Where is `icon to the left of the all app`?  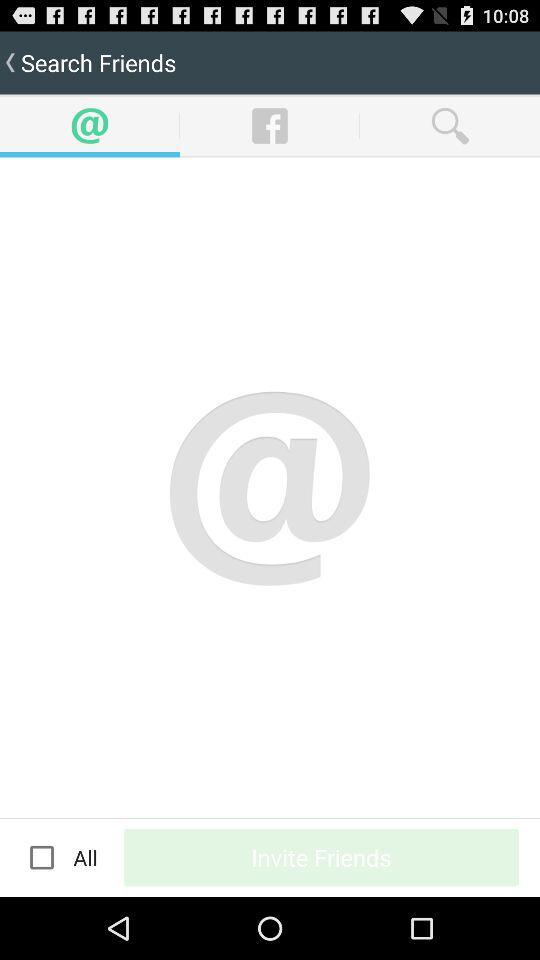
icon to the left of the all app is located at coordinates (42, 856).